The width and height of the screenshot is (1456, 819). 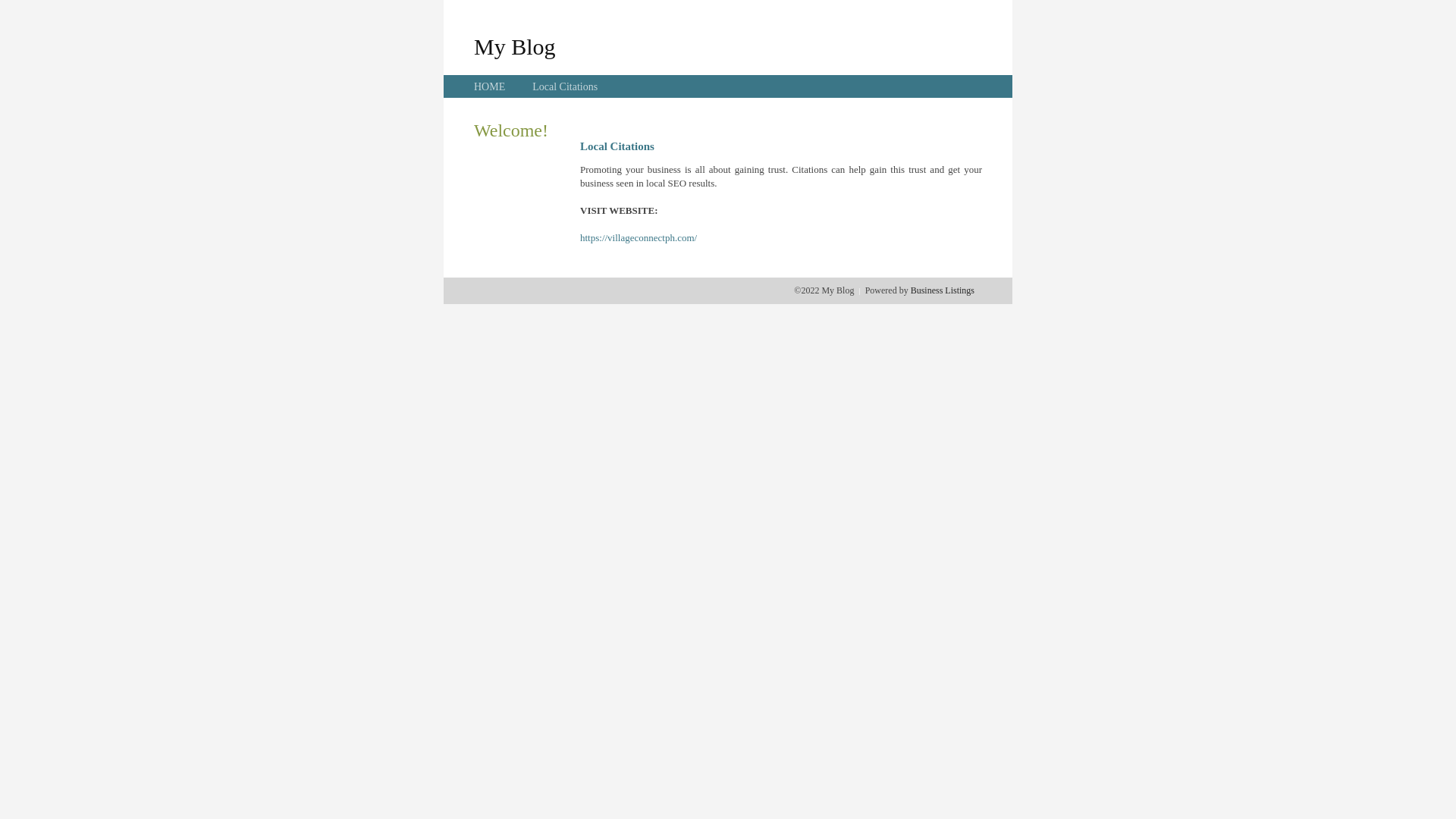 I want to click on 'Business Listings', so click(x=942, y=290).